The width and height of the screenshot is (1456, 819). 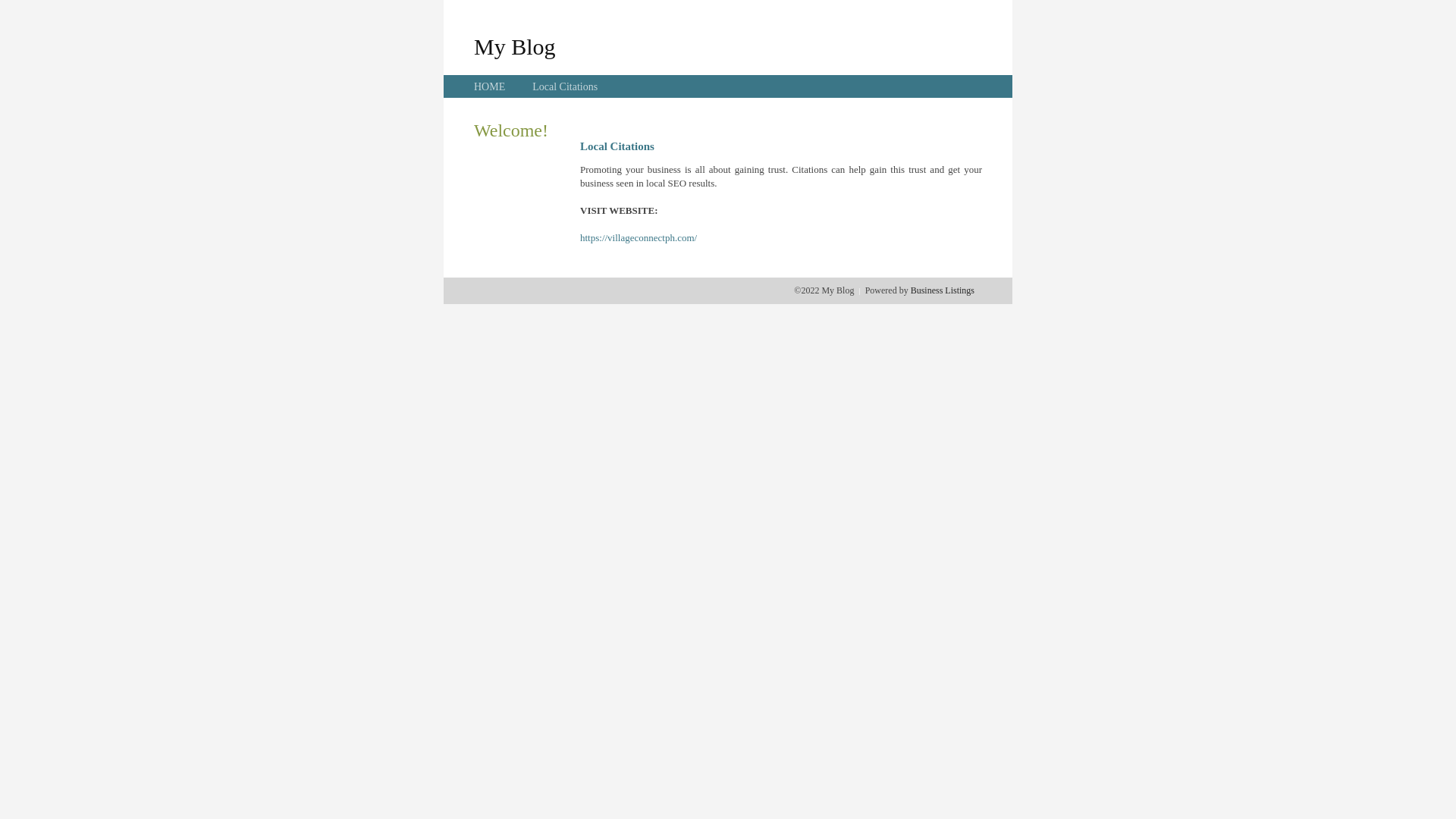 I want to click on 'Business Listings', so click(x=942, y=290).